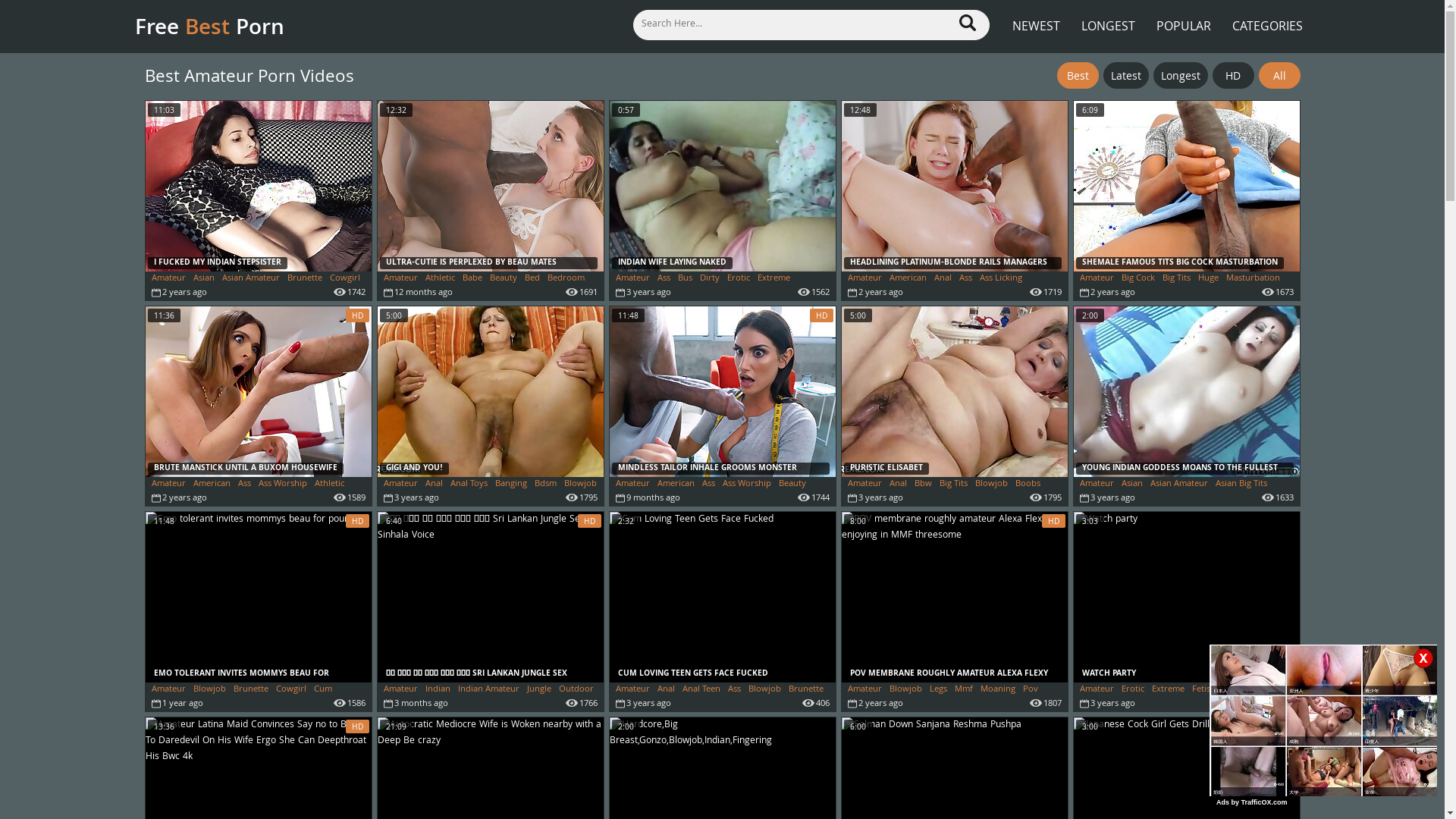  I want to click on 'Erotic', so click(1131, 689).